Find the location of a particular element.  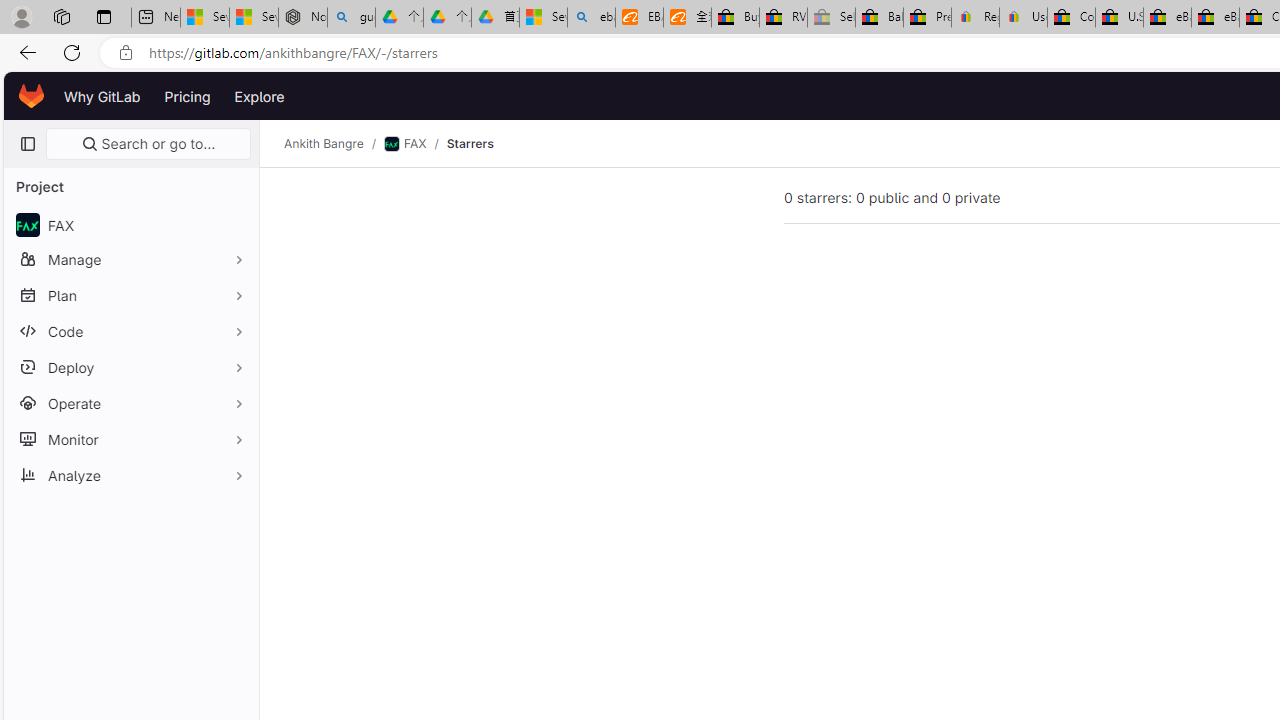

'Why GitLab' is located at coordinates (101, 96).